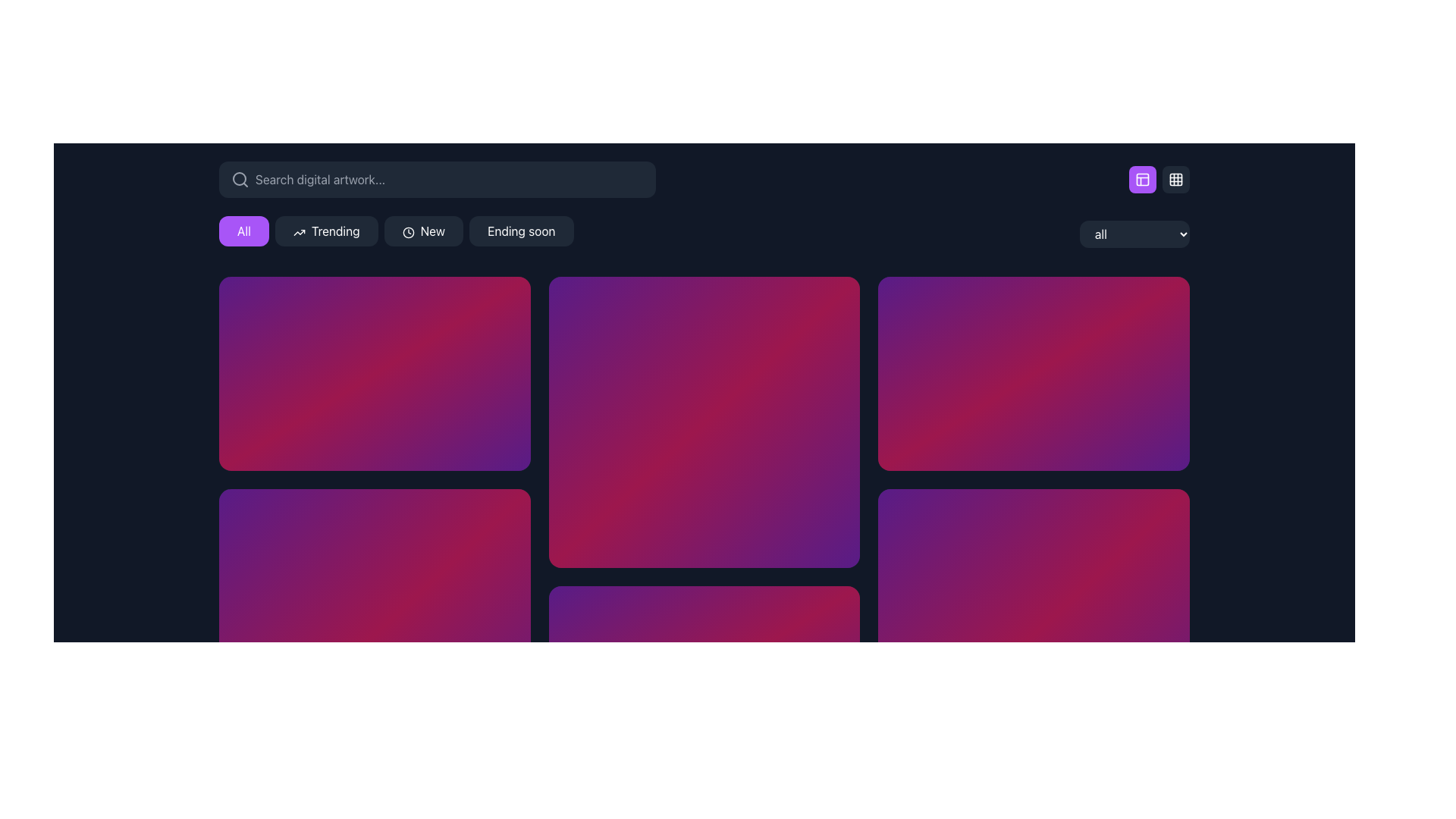 This screenshot has height=819, width=1456. What do you see at coordinates (239, 178) in the screenshot?
I see `the search icon located at the far-left inside the search bar component` at bounding box center [239, 178].